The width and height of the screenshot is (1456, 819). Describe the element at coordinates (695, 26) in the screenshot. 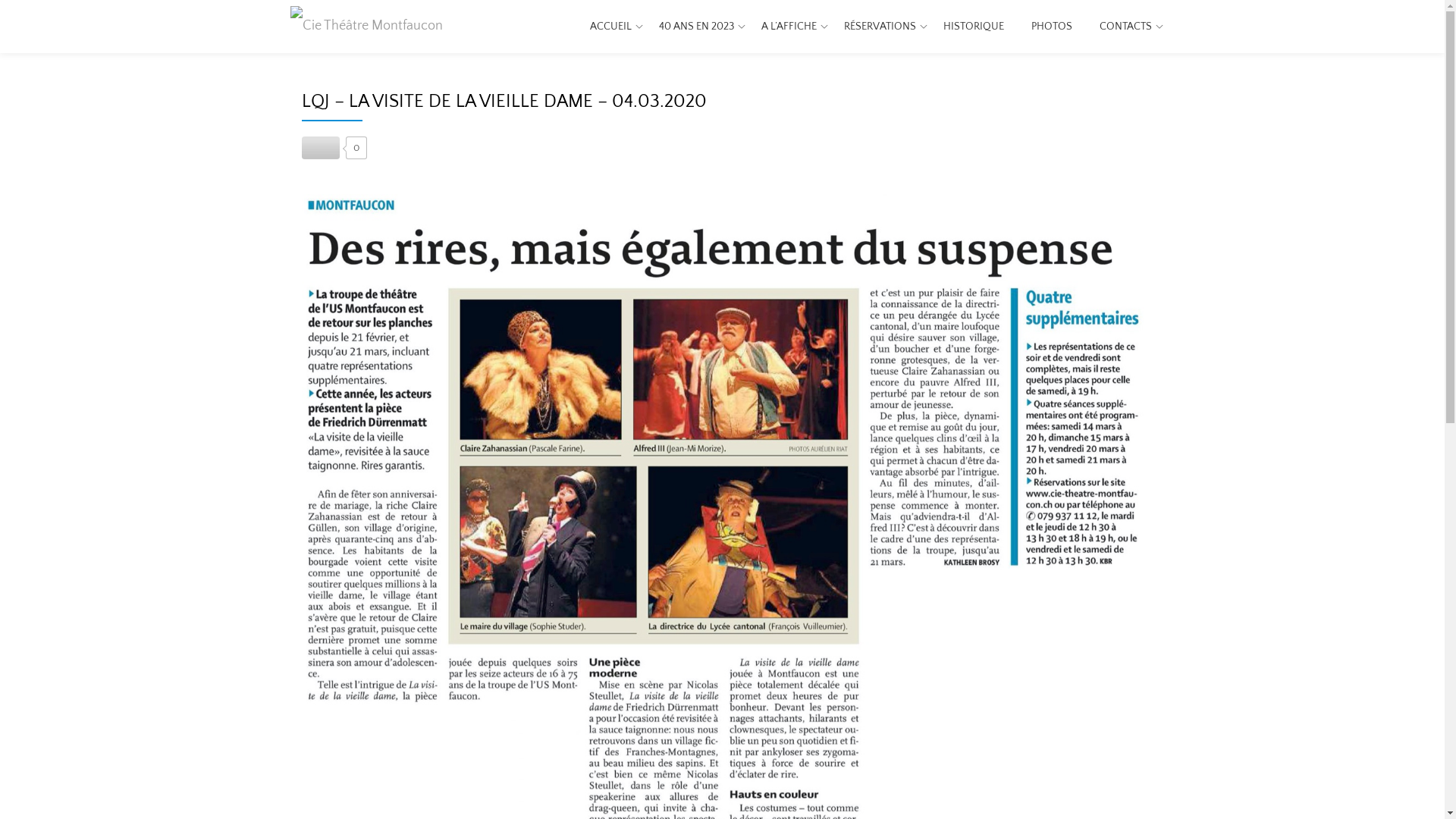

I see `'40 ANS EN 2023'` at that location.